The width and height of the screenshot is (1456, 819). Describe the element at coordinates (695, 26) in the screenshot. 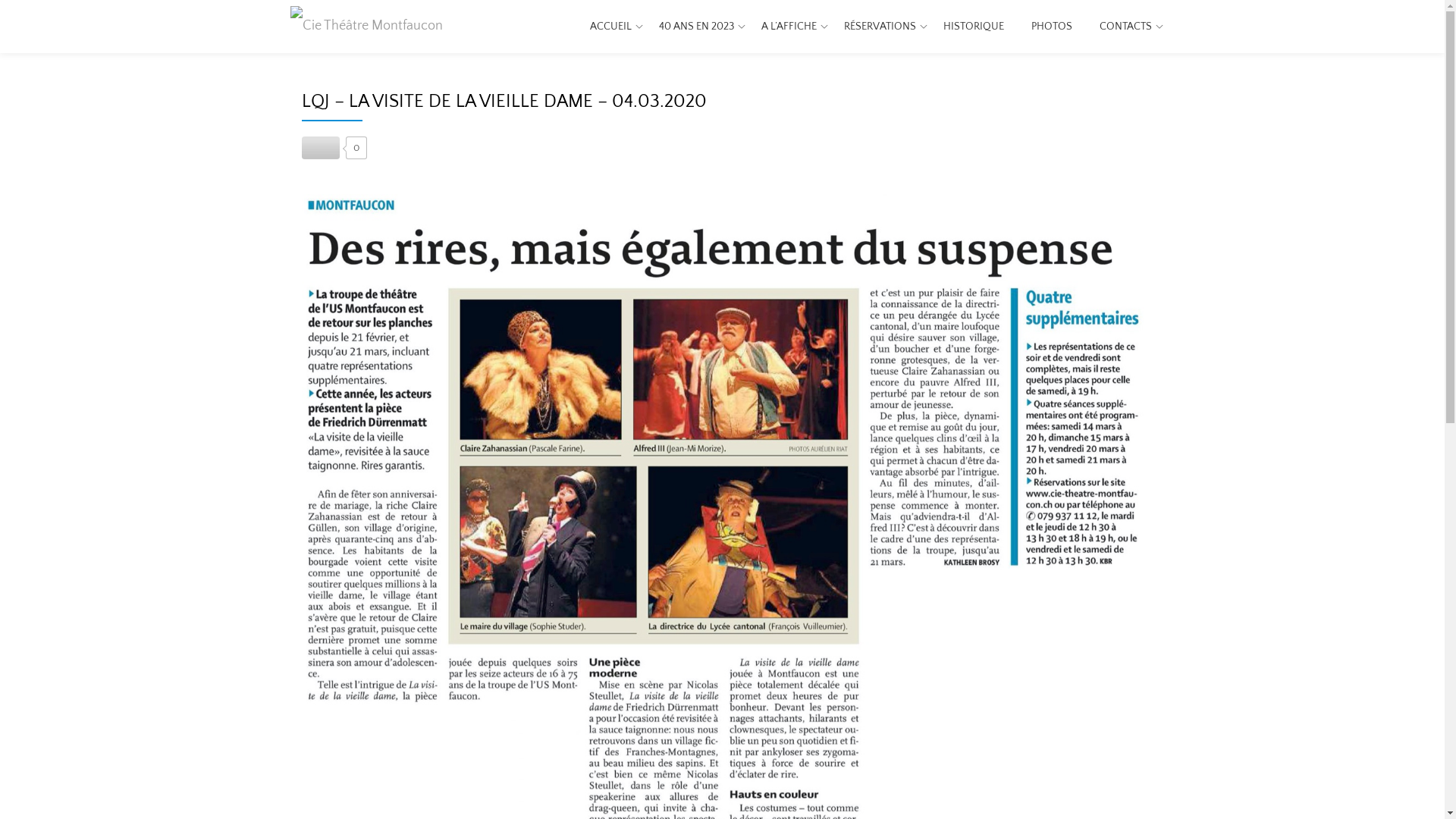

I see `'40 ANS EN 2023'` at that location.